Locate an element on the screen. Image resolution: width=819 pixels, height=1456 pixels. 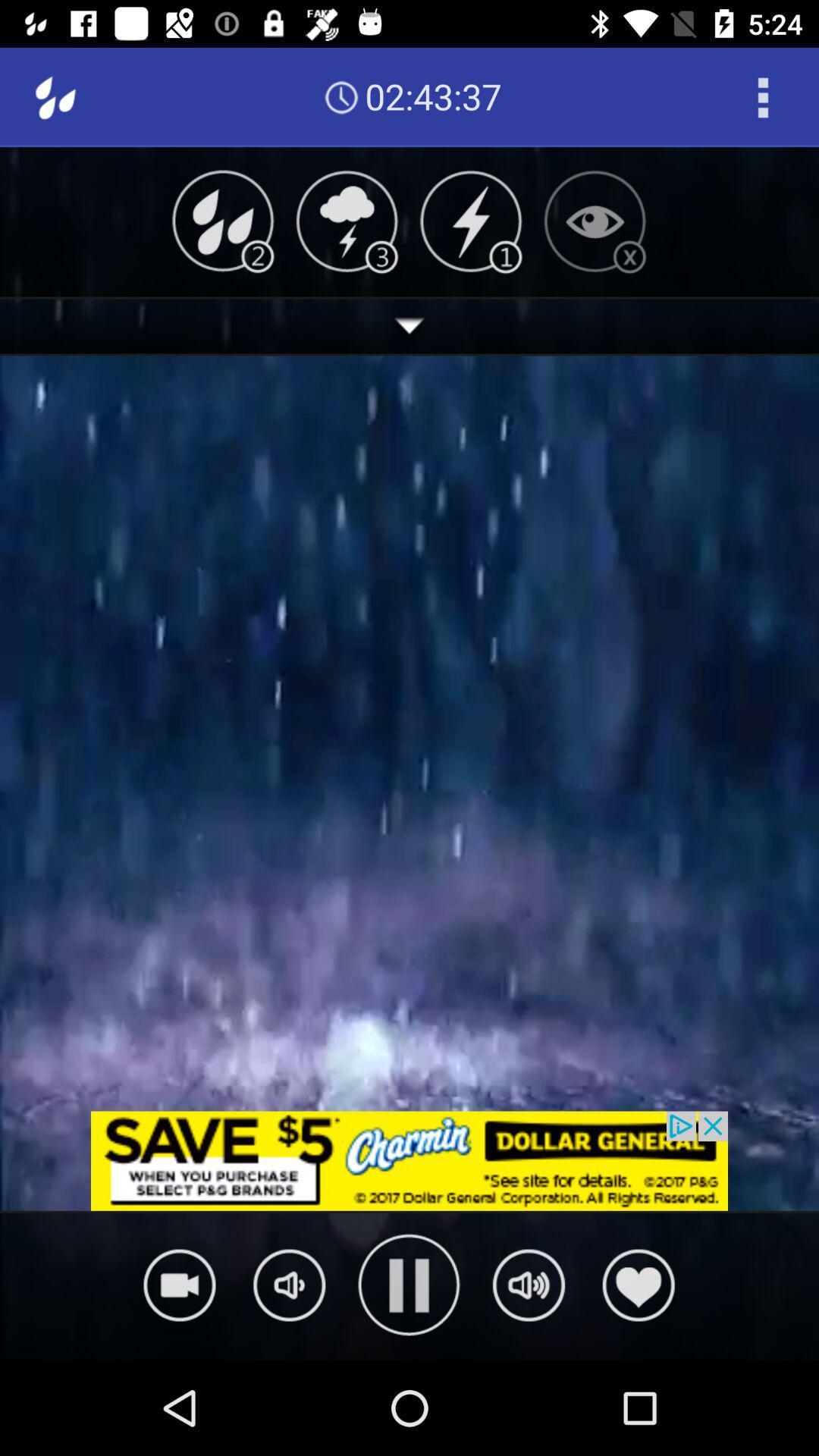
the weather icon is located at coordinates (347, 221).